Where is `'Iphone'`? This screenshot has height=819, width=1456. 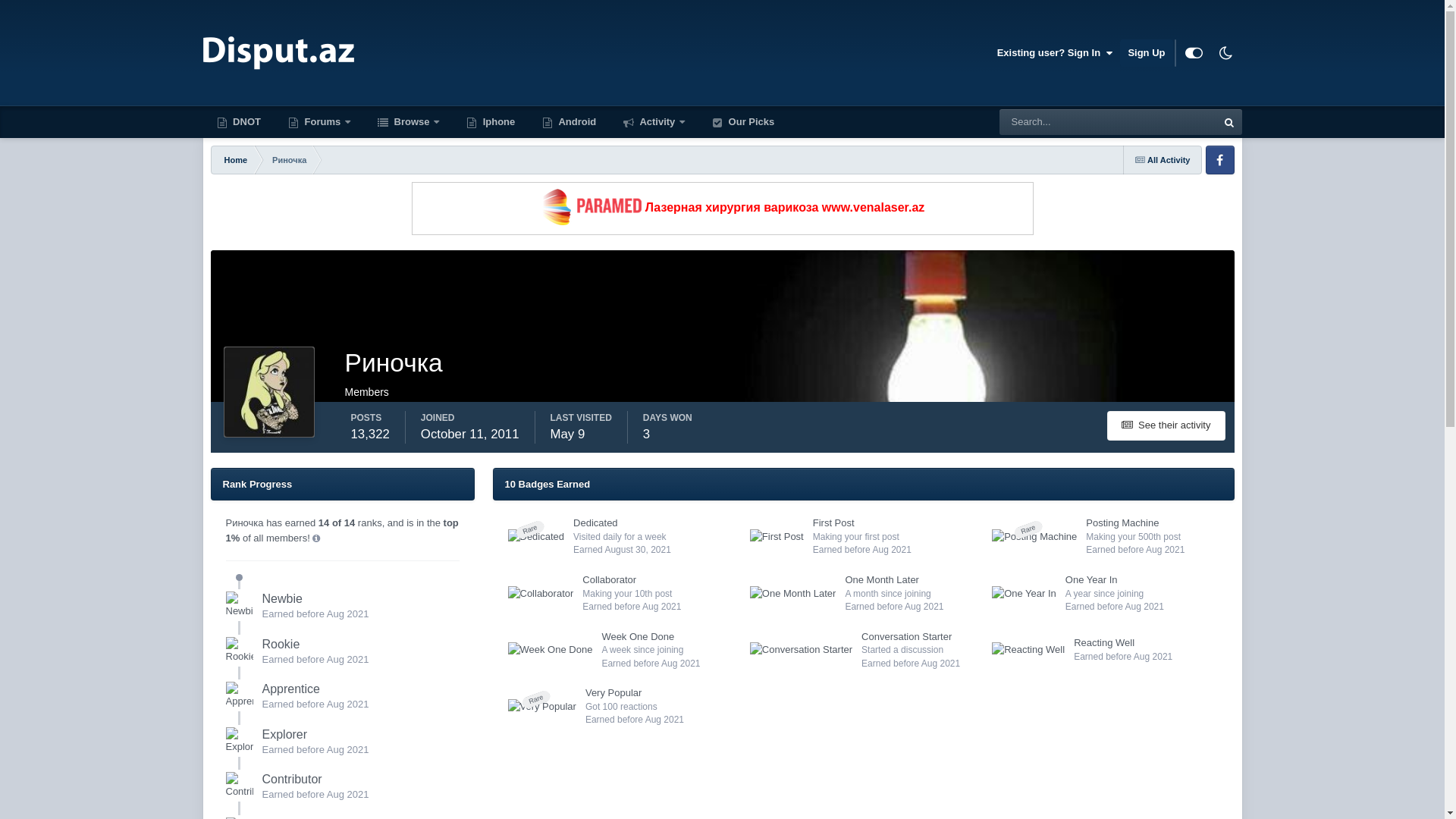 'Iphone' is located at coordinates (491, 121).